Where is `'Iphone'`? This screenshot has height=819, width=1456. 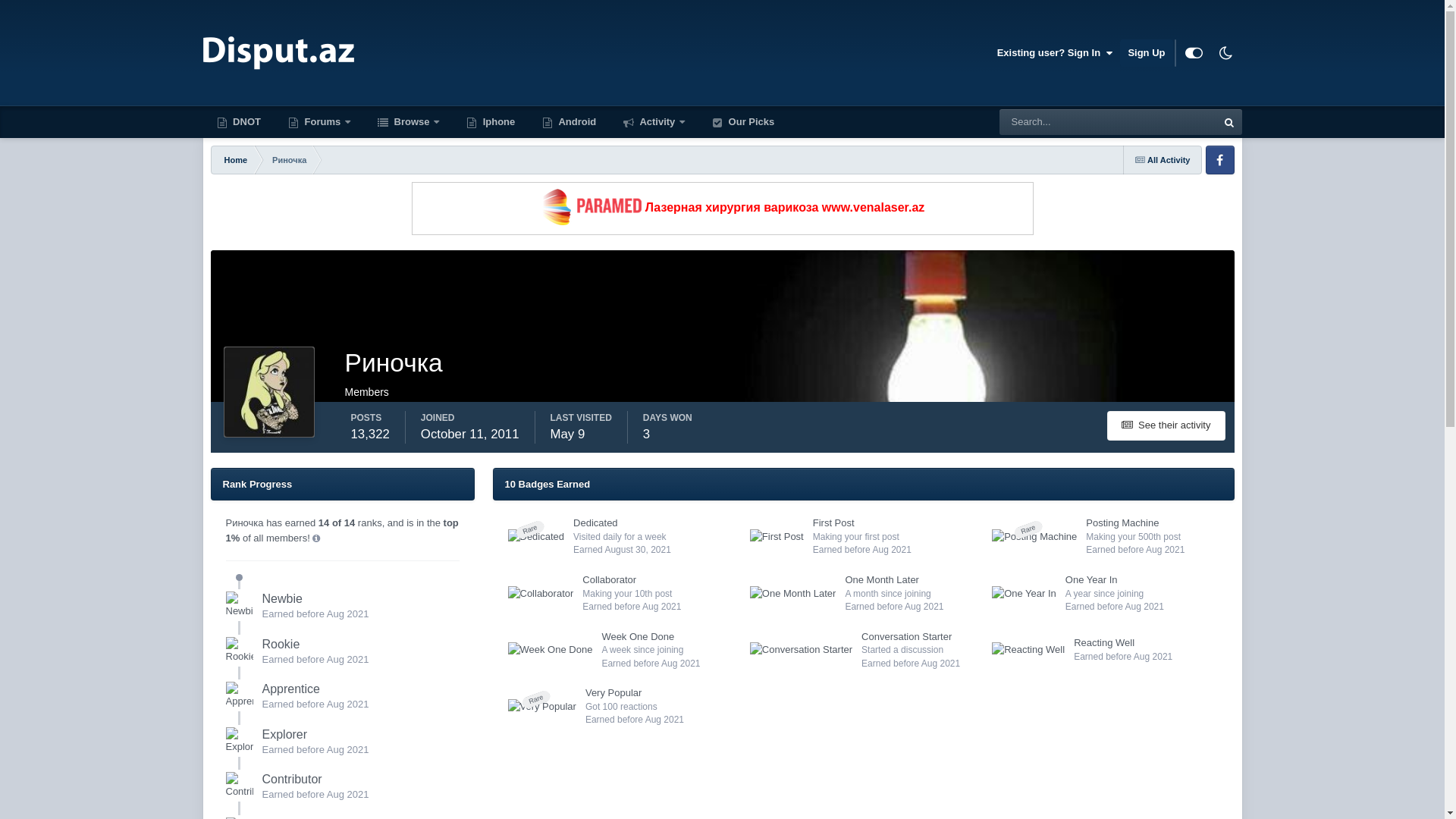 'Iphone' is located at coordinates (491, 121).